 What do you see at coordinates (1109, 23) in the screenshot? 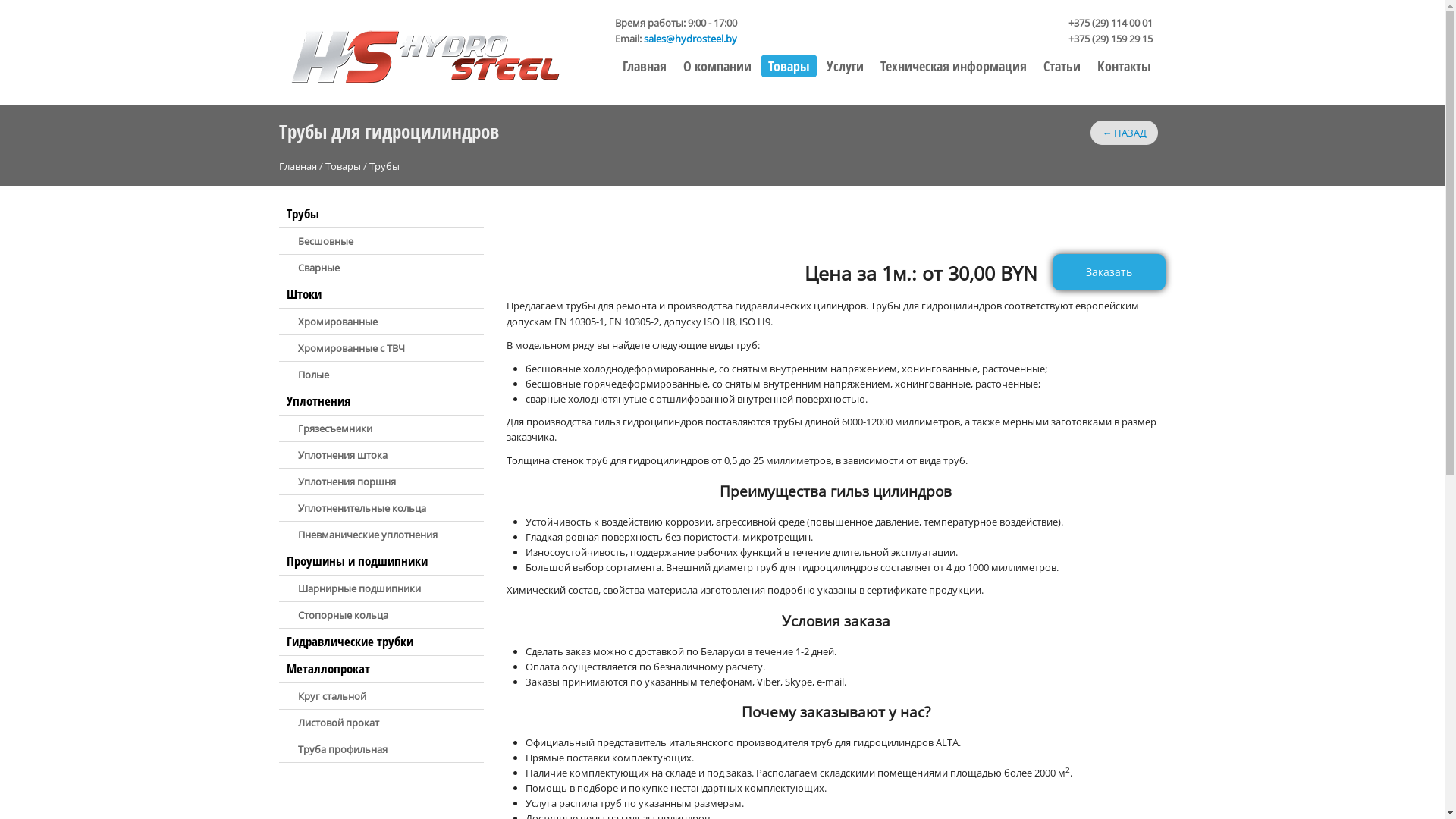
I see `'+375 (29) 114 00 01'` at bounding box center [1109, 23].